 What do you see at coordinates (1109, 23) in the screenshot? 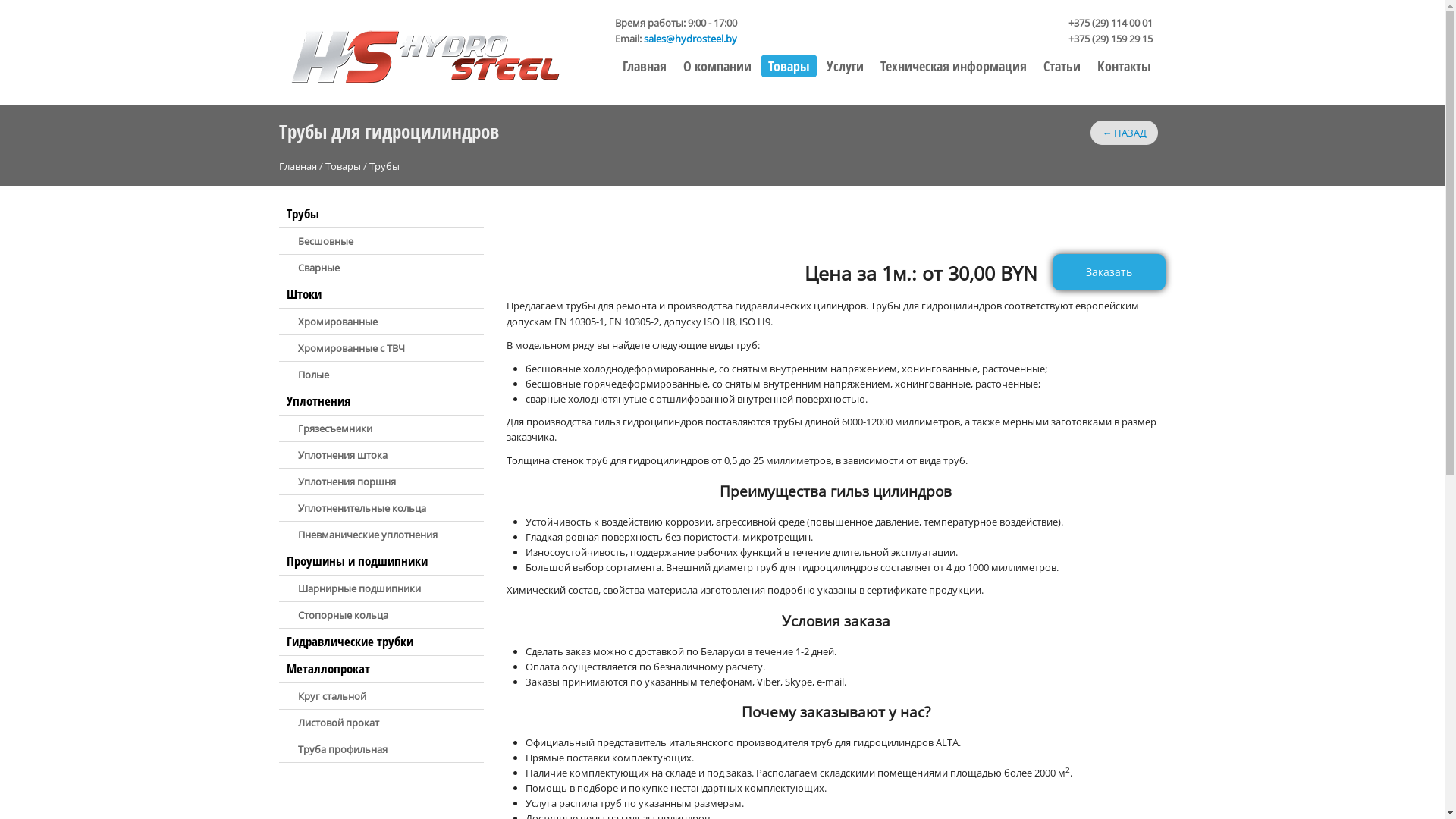
I see `'+375 (29) 114 00 01'` at bounding box center [1109, 23].